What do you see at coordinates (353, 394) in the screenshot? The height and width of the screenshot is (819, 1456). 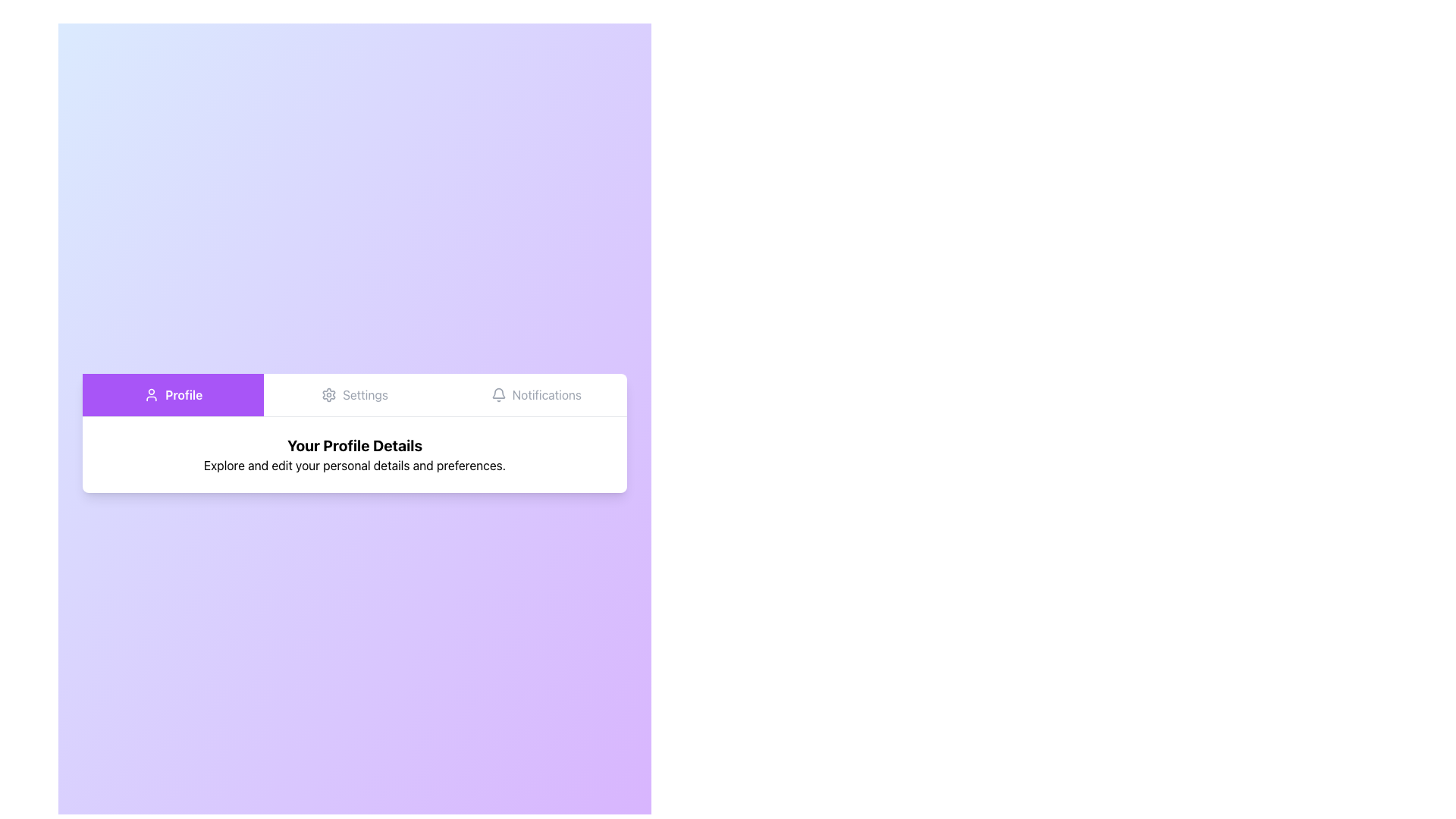 I see `the 'Settings' button, which is a combined text and icon button displaying a gear icon and the text 'Settings', styled in light gray and centrally positioned among navigation items` at bounding box center [353, 394].